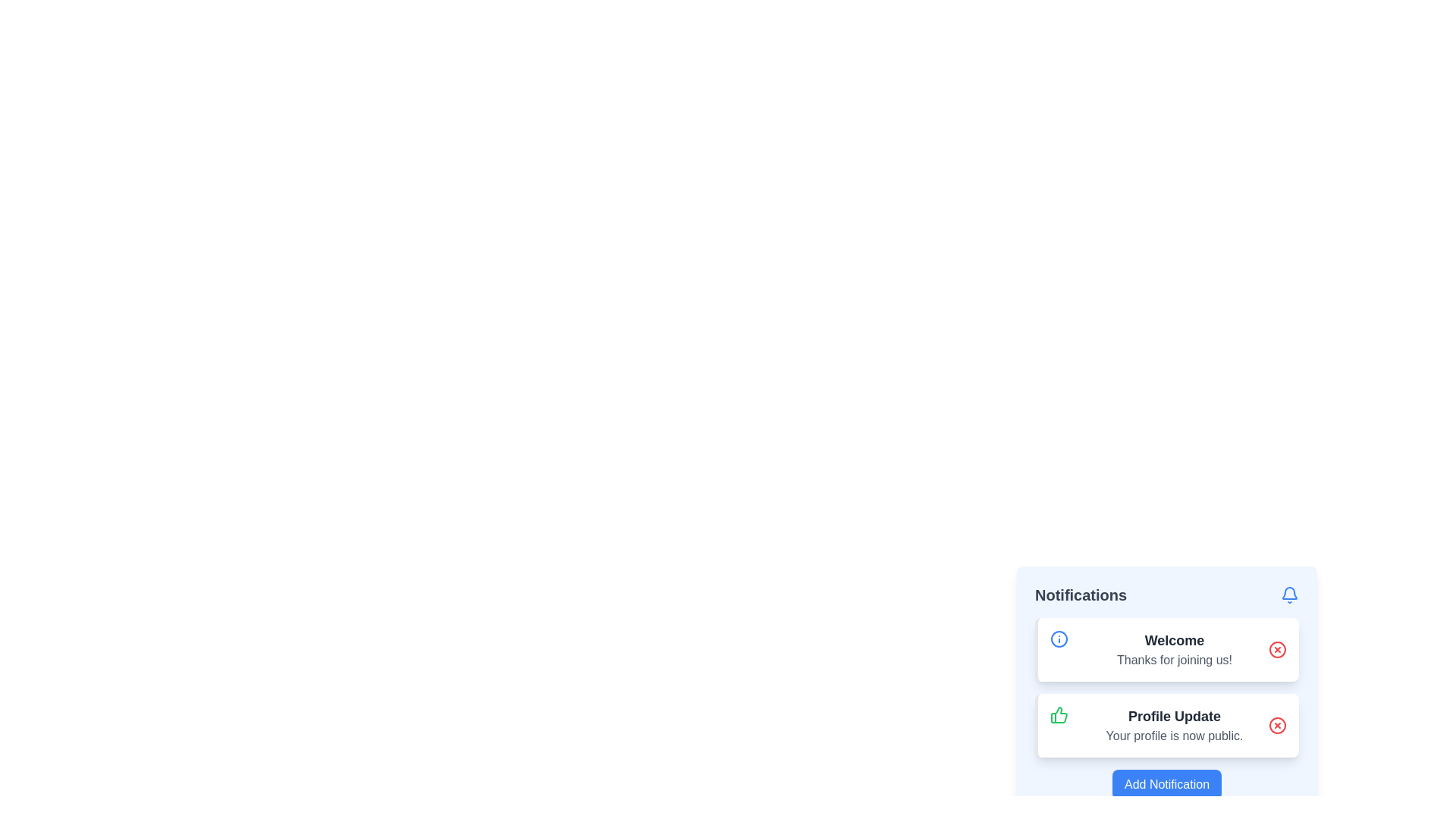 The image size is (1456, 819). What do you see at coordinates (1174, 648) in the screenshot?
I see `the text block displaying the welcoming message, which includes the lines 'Welcome' and 'Thanks for joining us!' within a white notification card` at bounding box center [1174, 648].